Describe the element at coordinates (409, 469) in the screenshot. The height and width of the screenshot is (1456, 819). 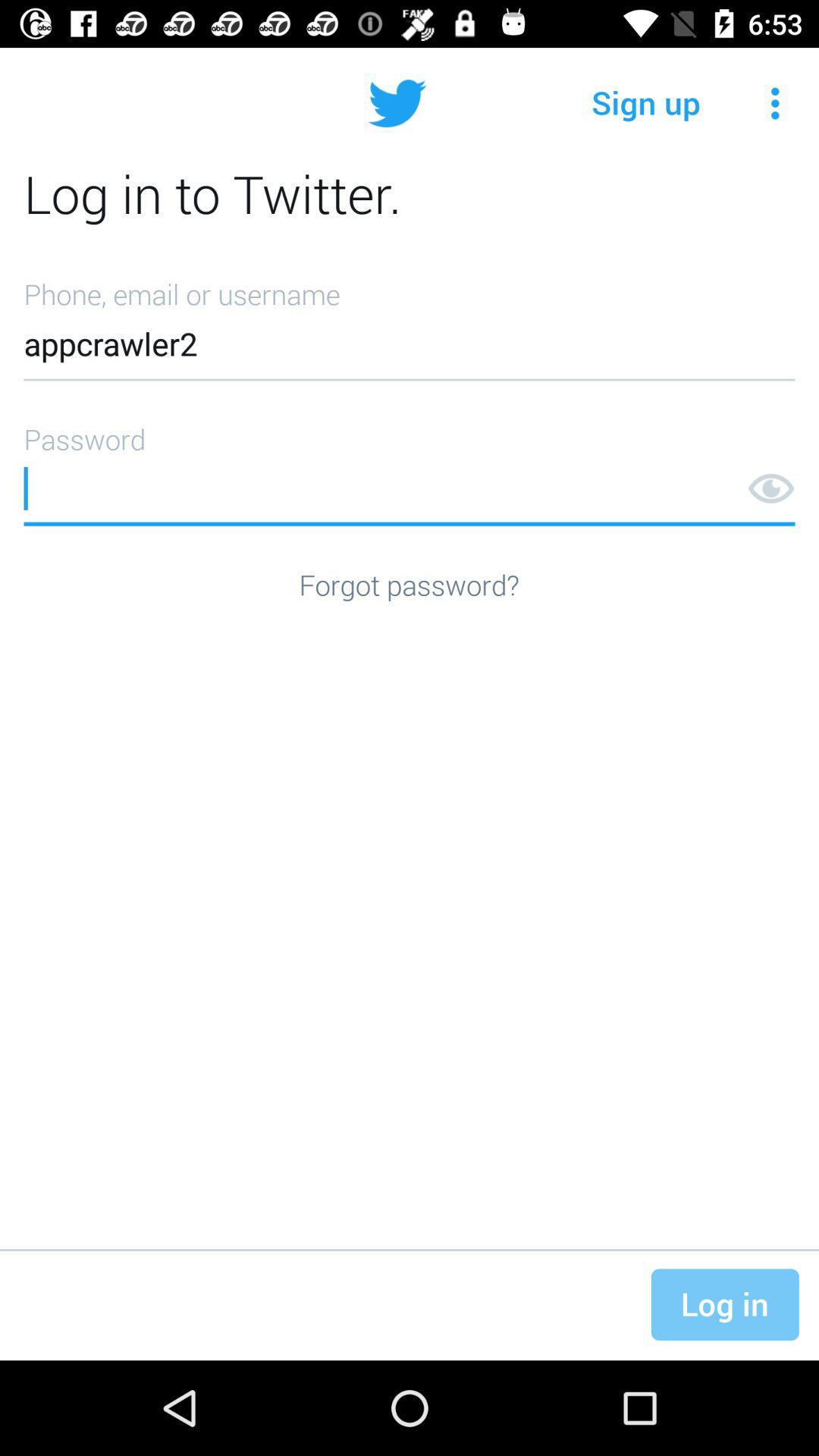
I see `icon below appcrawler2 icon` at that location.